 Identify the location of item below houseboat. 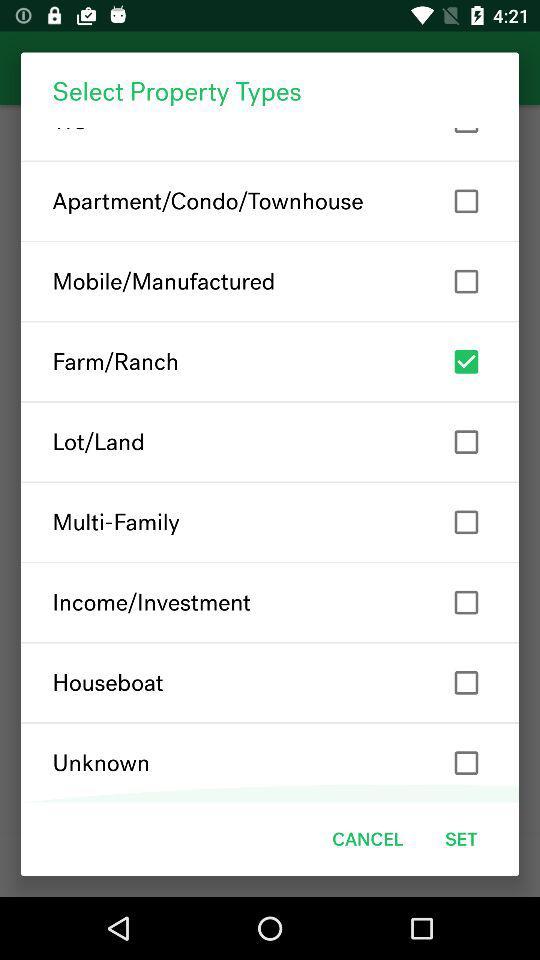
(270, 762).